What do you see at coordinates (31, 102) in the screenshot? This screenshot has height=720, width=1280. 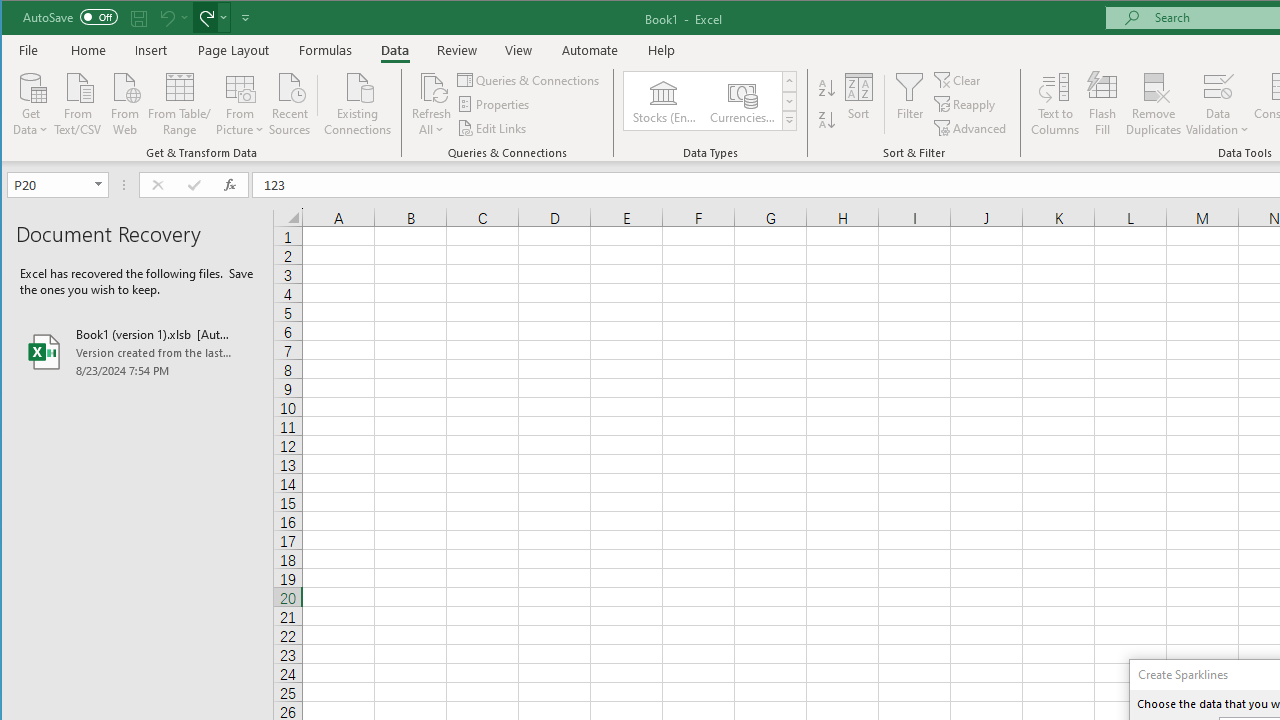 I see `'Get Data'` at bounding box center [31, 102].